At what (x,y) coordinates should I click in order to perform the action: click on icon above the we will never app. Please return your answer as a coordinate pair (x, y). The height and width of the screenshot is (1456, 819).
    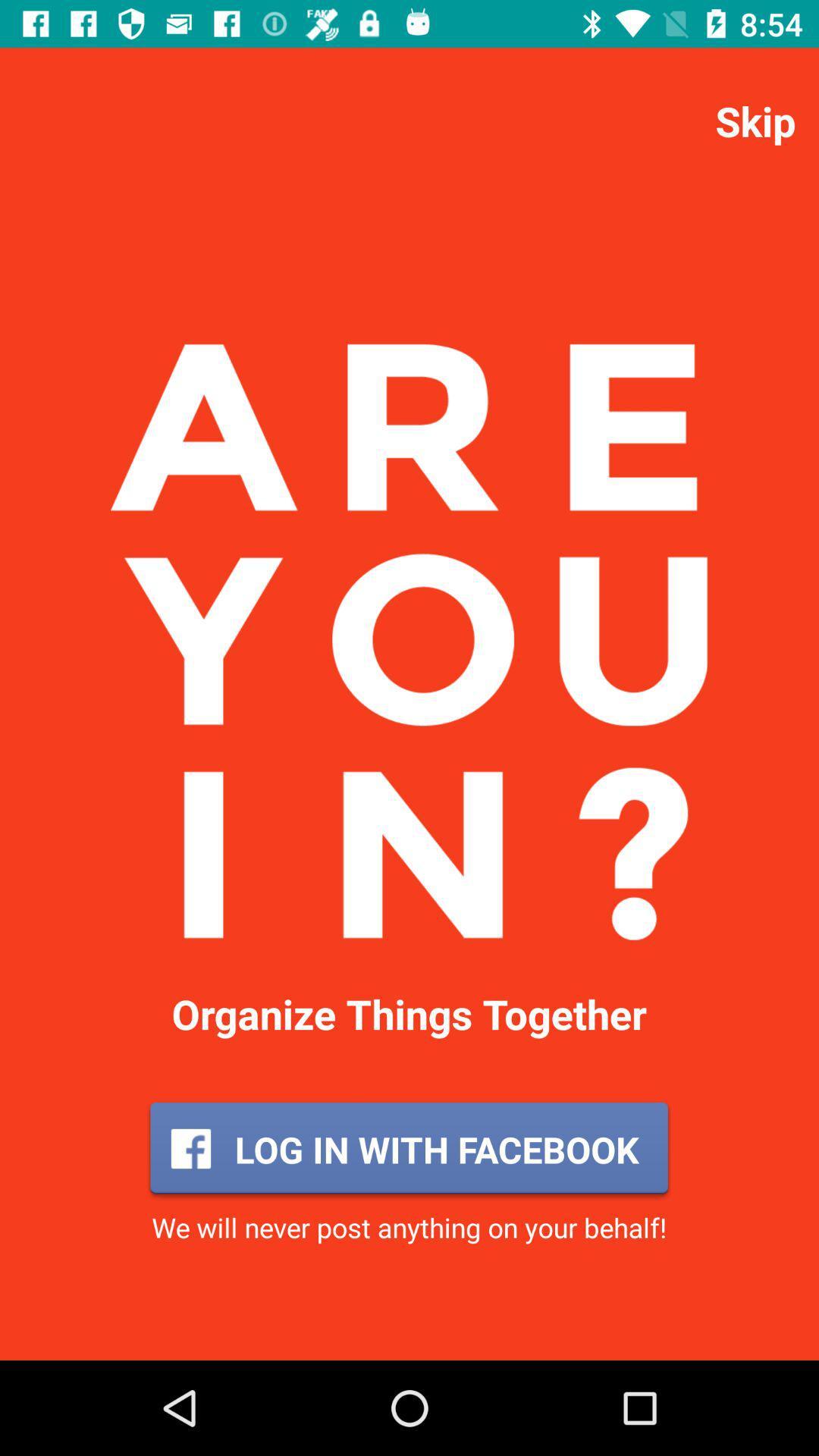
    Looking at the image, I should click on (408, 1149).